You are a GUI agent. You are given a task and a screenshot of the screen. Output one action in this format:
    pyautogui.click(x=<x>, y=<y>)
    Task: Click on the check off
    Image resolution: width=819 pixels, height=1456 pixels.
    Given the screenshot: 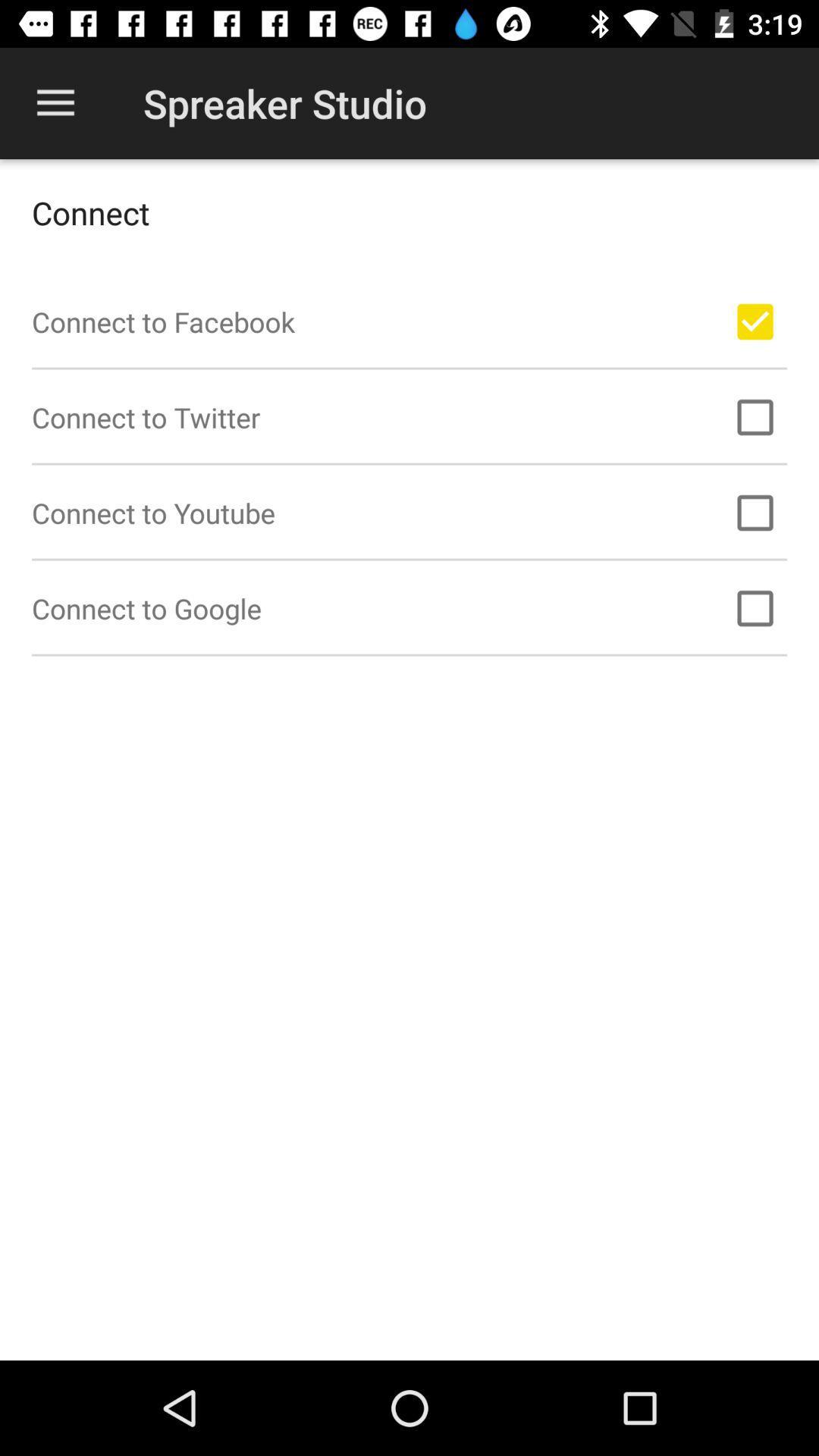 What is the action you would take?
    pyautogui.click(x=755, y=608)
    